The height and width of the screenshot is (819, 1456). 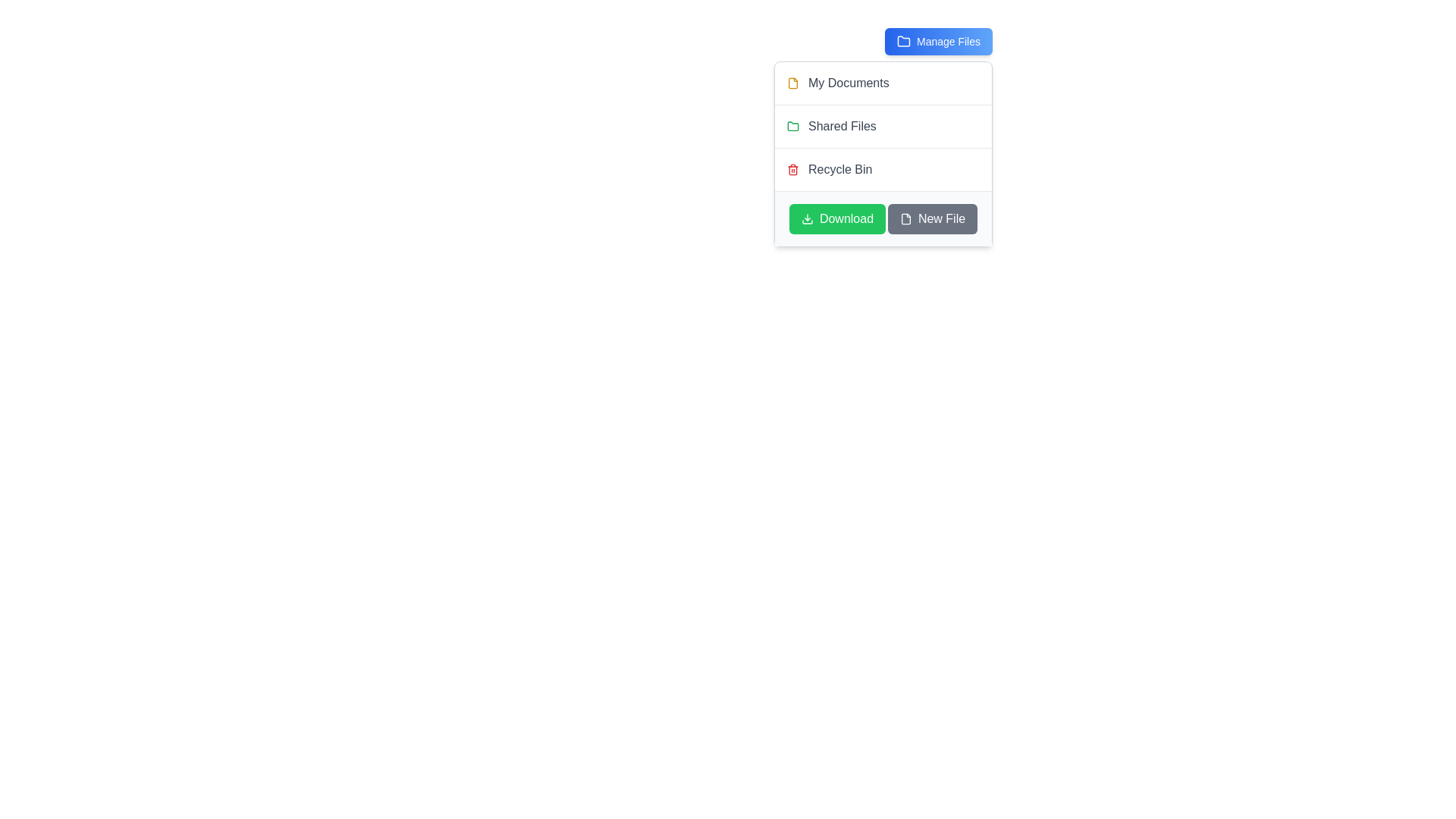 What do you see at coordinates (883, 169) in the screenshot?
I see `the third item in the navigation list with a red trash icon and the text 'Recycle Bin'` at bounding box center [883, 169].